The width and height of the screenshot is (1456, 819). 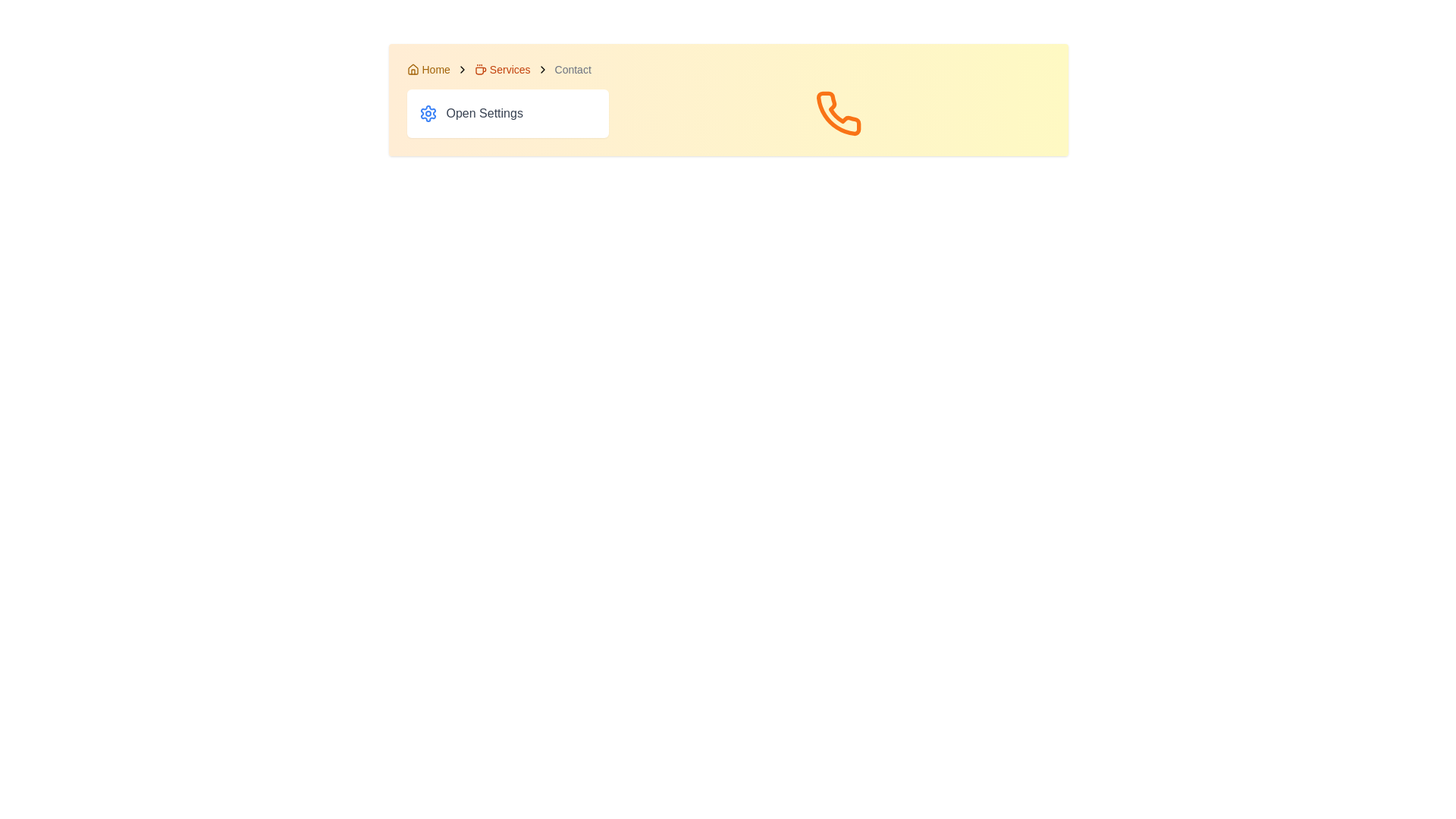 What do you see at coordinates (461, 70) in the screenshot?
I see `the Chevron icon in the breadcrumb navigation, which indicates hierarchy between the 'Home' and 'Services' links` at bounding box center [461, 70].